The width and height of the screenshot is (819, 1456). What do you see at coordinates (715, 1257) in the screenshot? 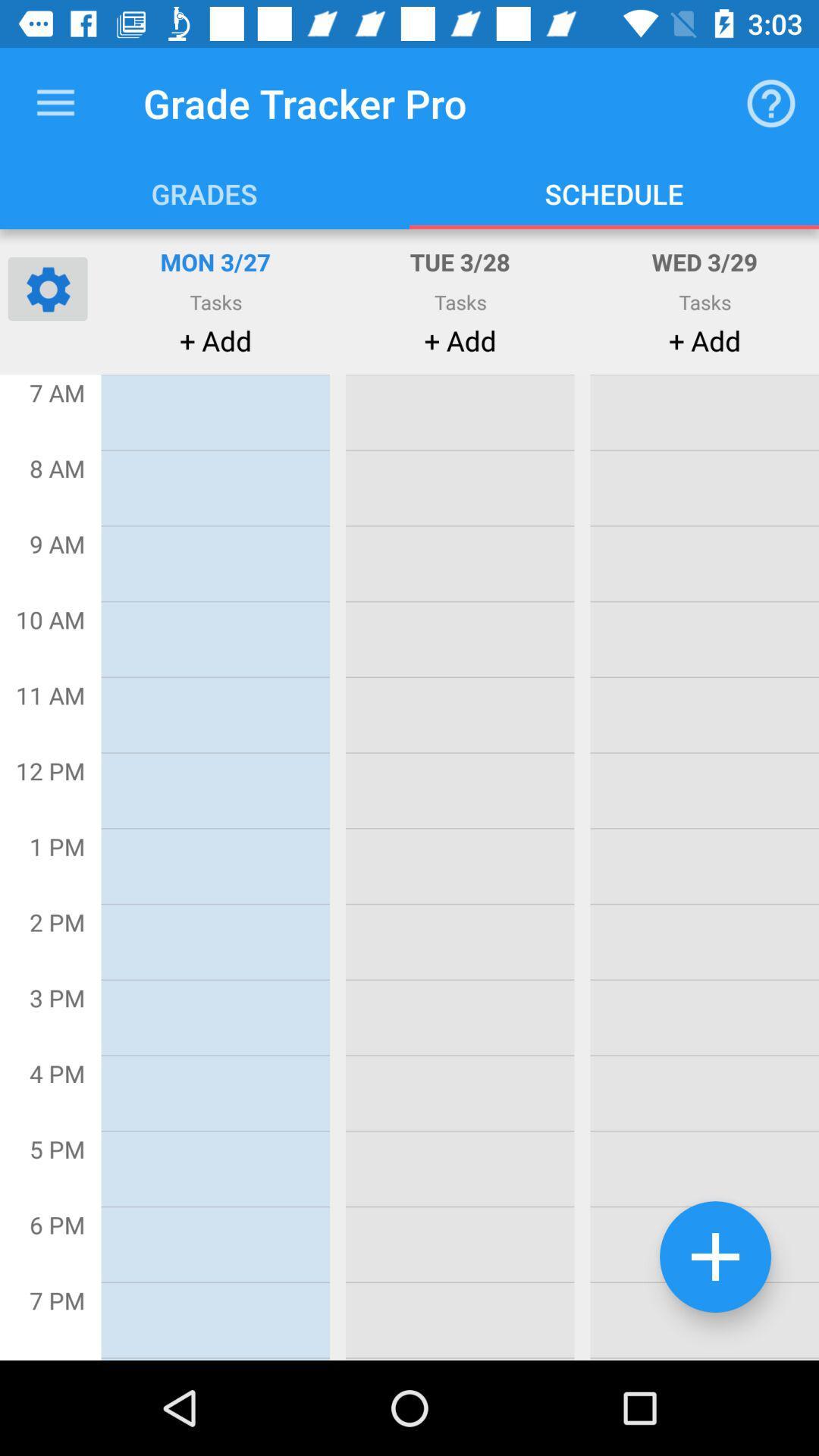
I see `event` at bounding box center [715, 1257].